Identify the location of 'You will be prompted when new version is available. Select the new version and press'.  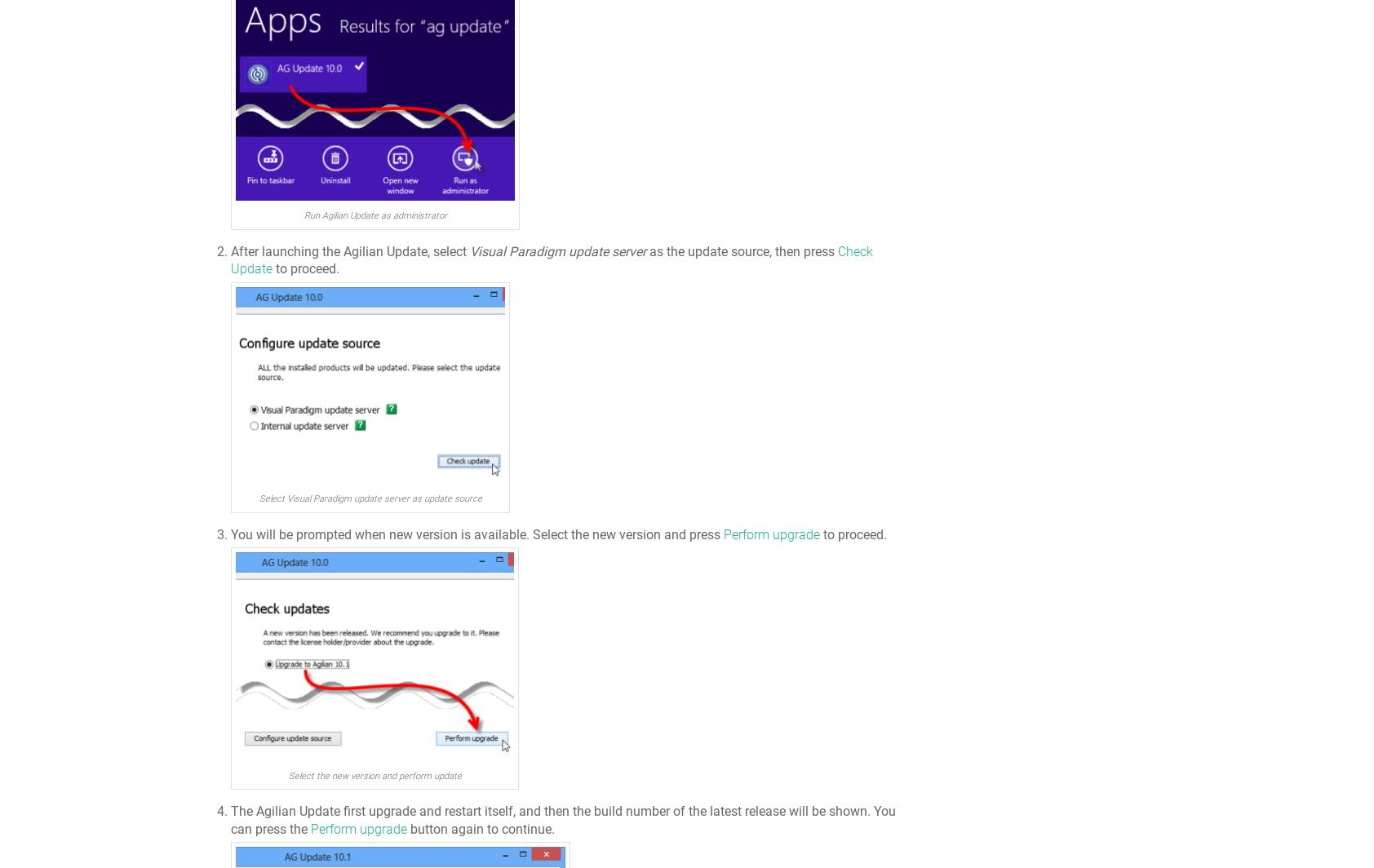
(476, 534).